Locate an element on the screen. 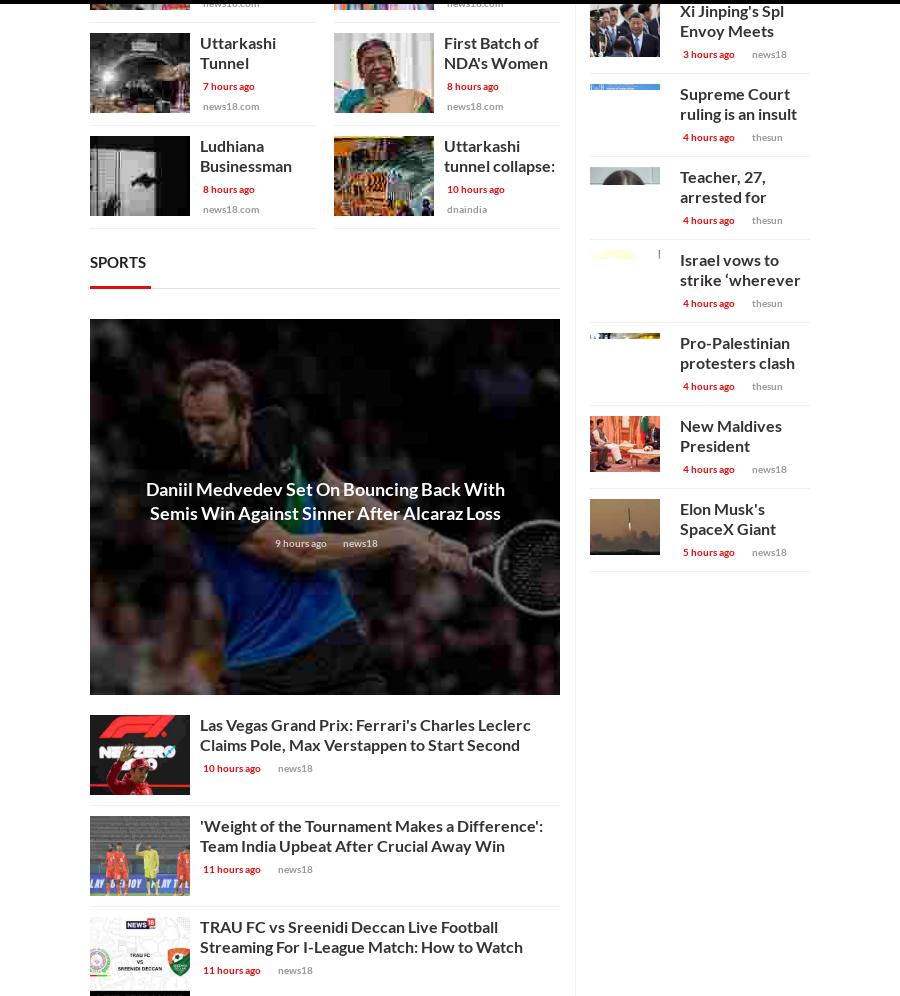 This screenshot has height=996, width=900. '3 hours ago' is located at coordinates (682, 52).